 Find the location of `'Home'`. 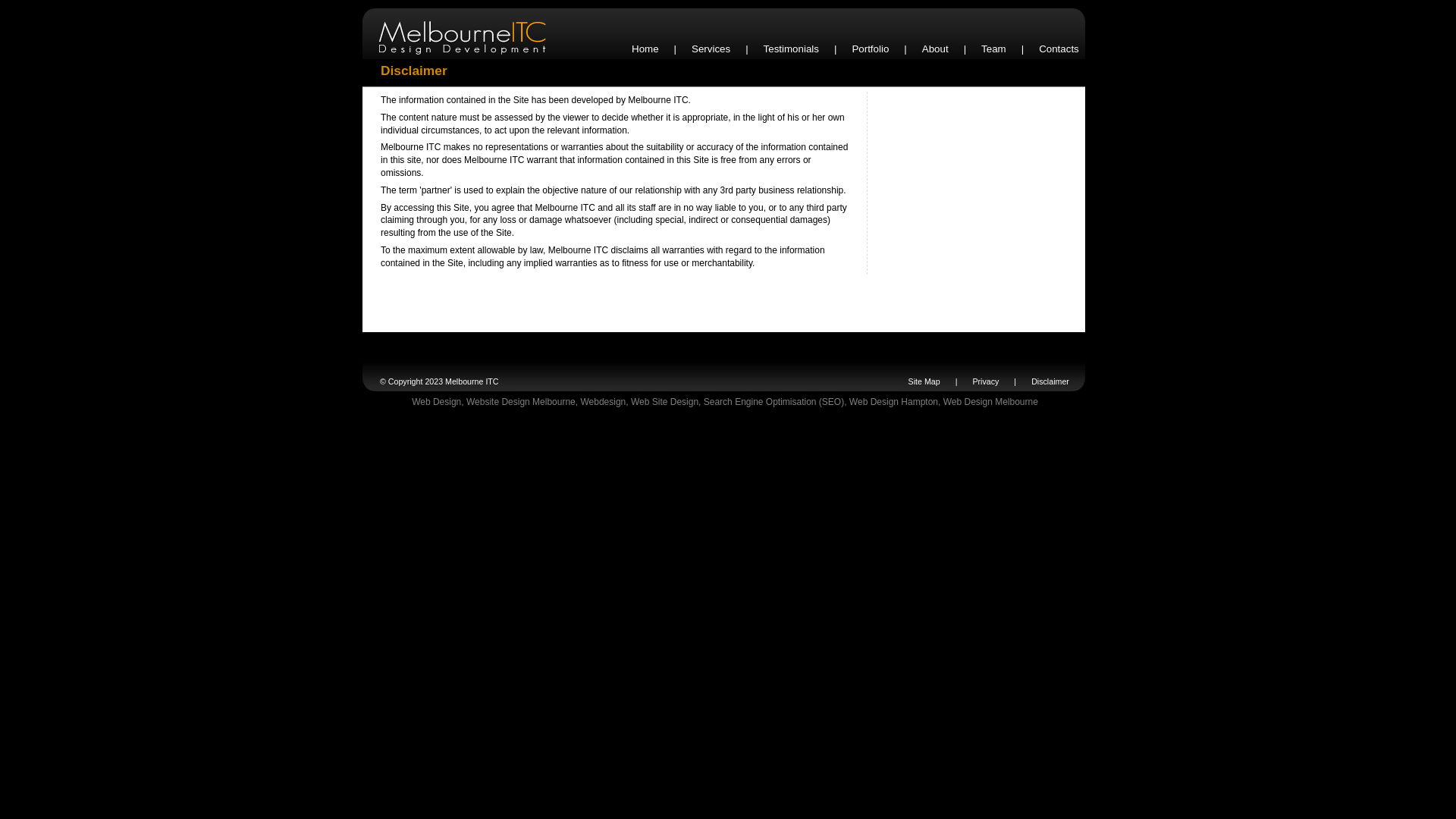

'Home' is located at coordinates (645, 48).